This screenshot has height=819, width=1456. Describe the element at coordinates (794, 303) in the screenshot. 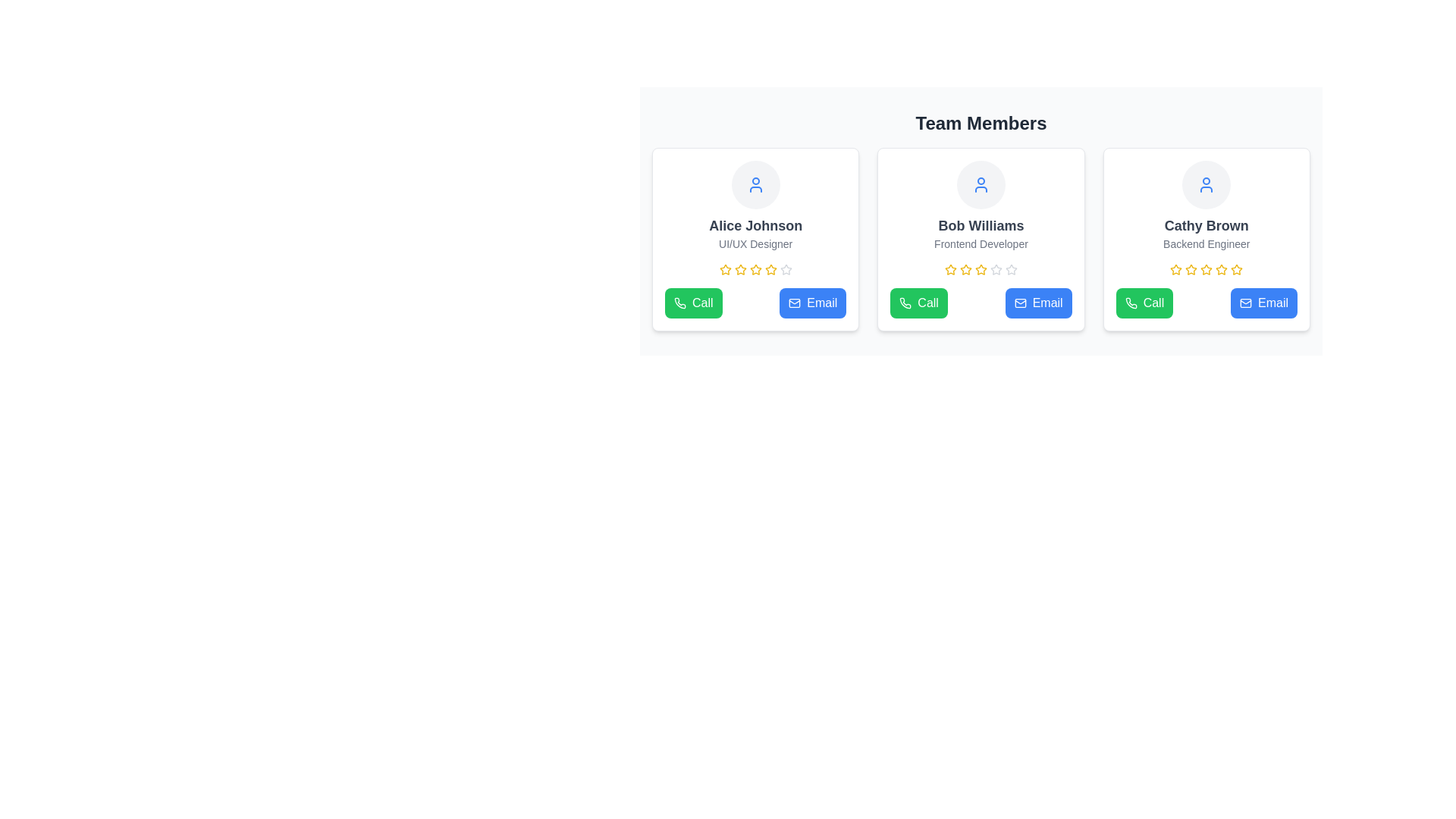

I see `the small blue envelope icon on the left side of the 'Email' button at the bottom of Alice Johnson's card` at that location.